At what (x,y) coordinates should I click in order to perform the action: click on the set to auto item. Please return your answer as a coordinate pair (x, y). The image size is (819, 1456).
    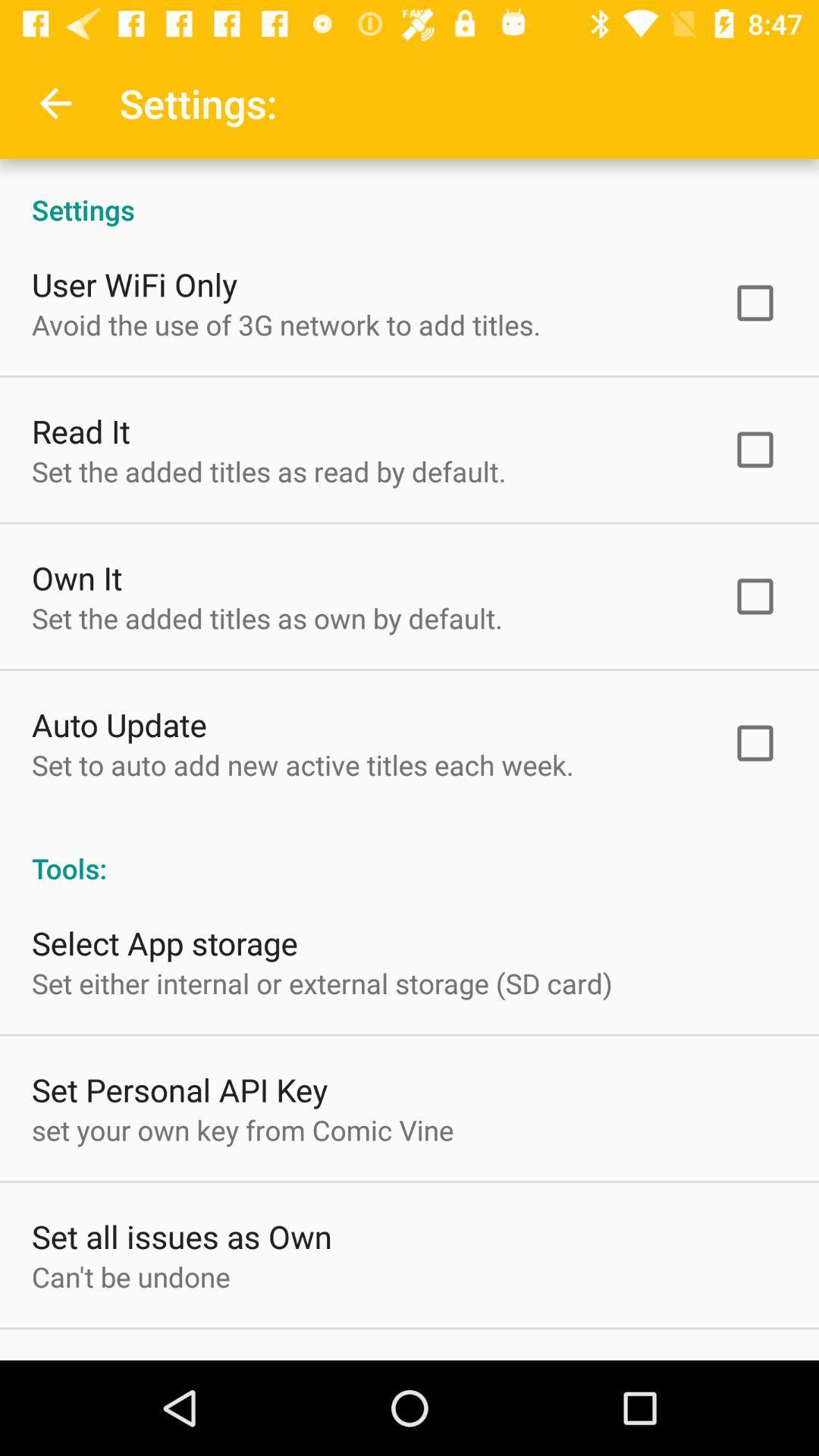
    Looking at the image, I should click on (303, 764).